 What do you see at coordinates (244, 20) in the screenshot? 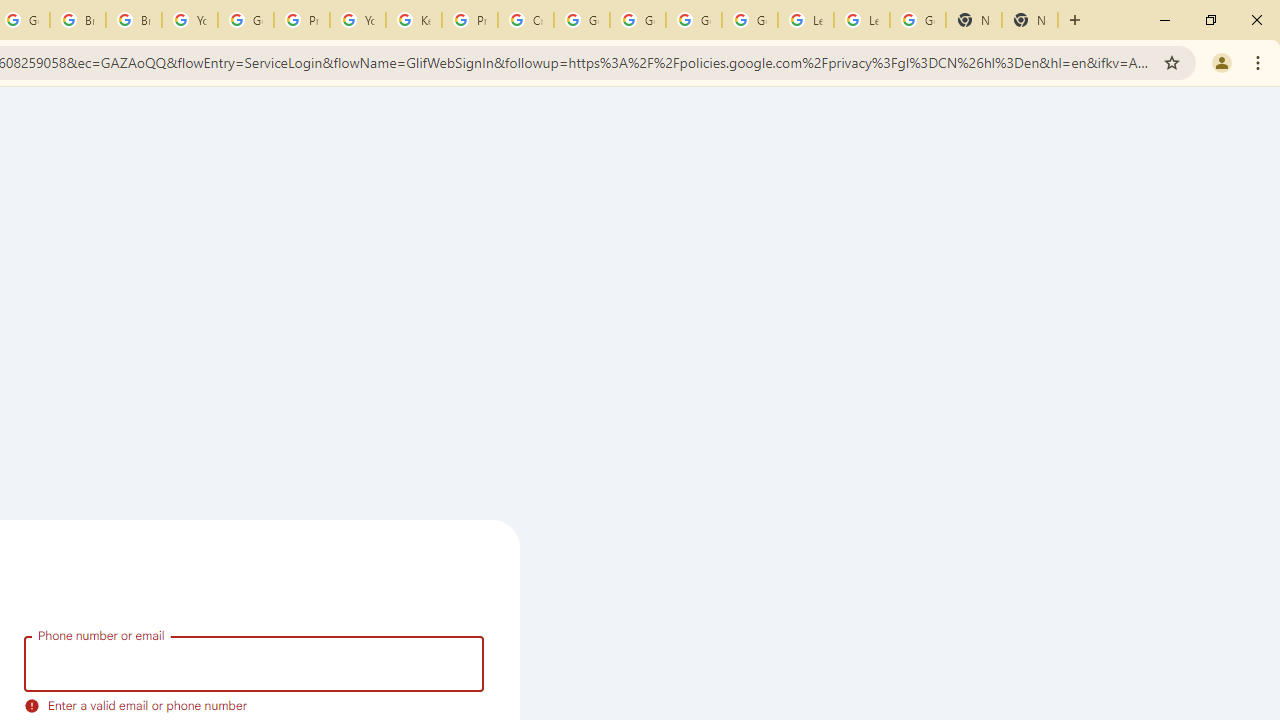
I see `'Google Account Help'` at bounding box center [244, 20].